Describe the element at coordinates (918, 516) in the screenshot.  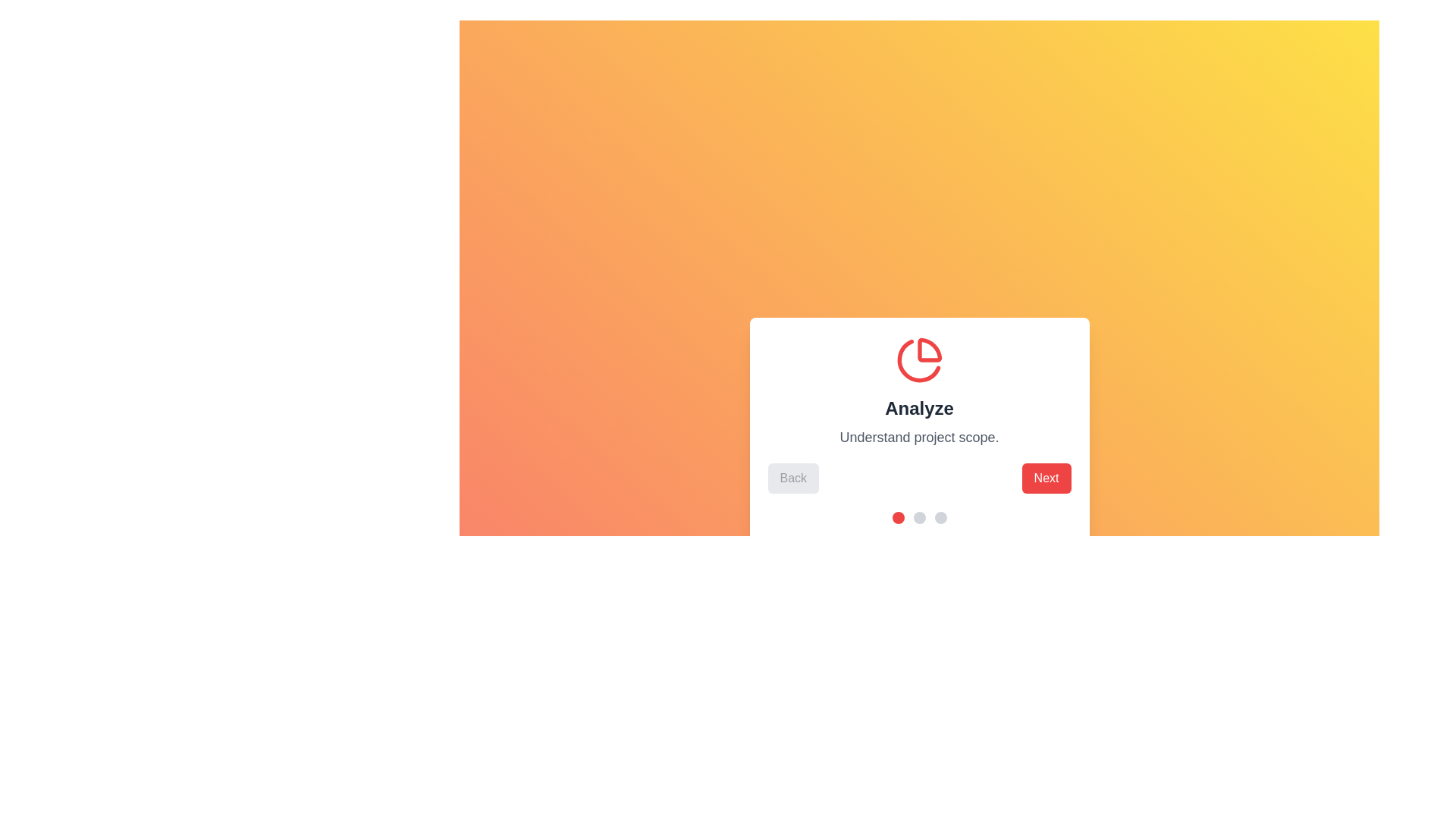
I see `the progress dot corresponding to stage 2` at that location.